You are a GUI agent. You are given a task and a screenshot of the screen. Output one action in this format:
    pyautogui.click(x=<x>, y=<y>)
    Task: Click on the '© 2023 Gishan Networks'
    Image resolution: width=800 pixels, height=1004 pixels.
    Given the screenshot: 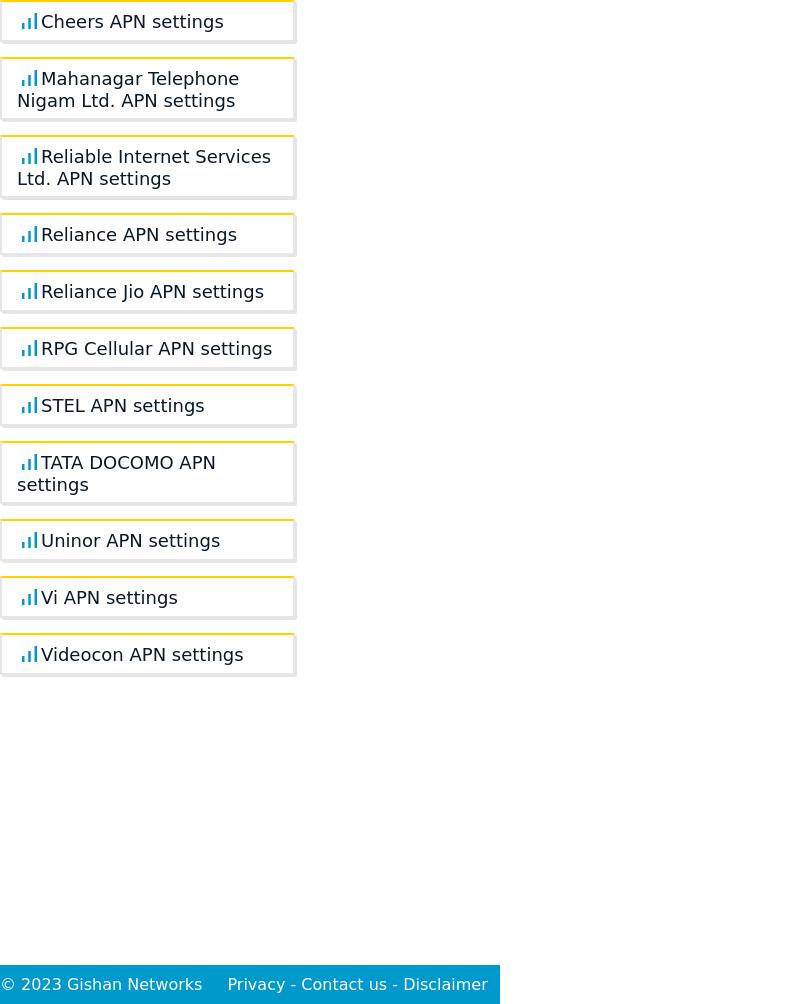 What is the action you would take?
    pyautogui.click(x=0, y=983)
    